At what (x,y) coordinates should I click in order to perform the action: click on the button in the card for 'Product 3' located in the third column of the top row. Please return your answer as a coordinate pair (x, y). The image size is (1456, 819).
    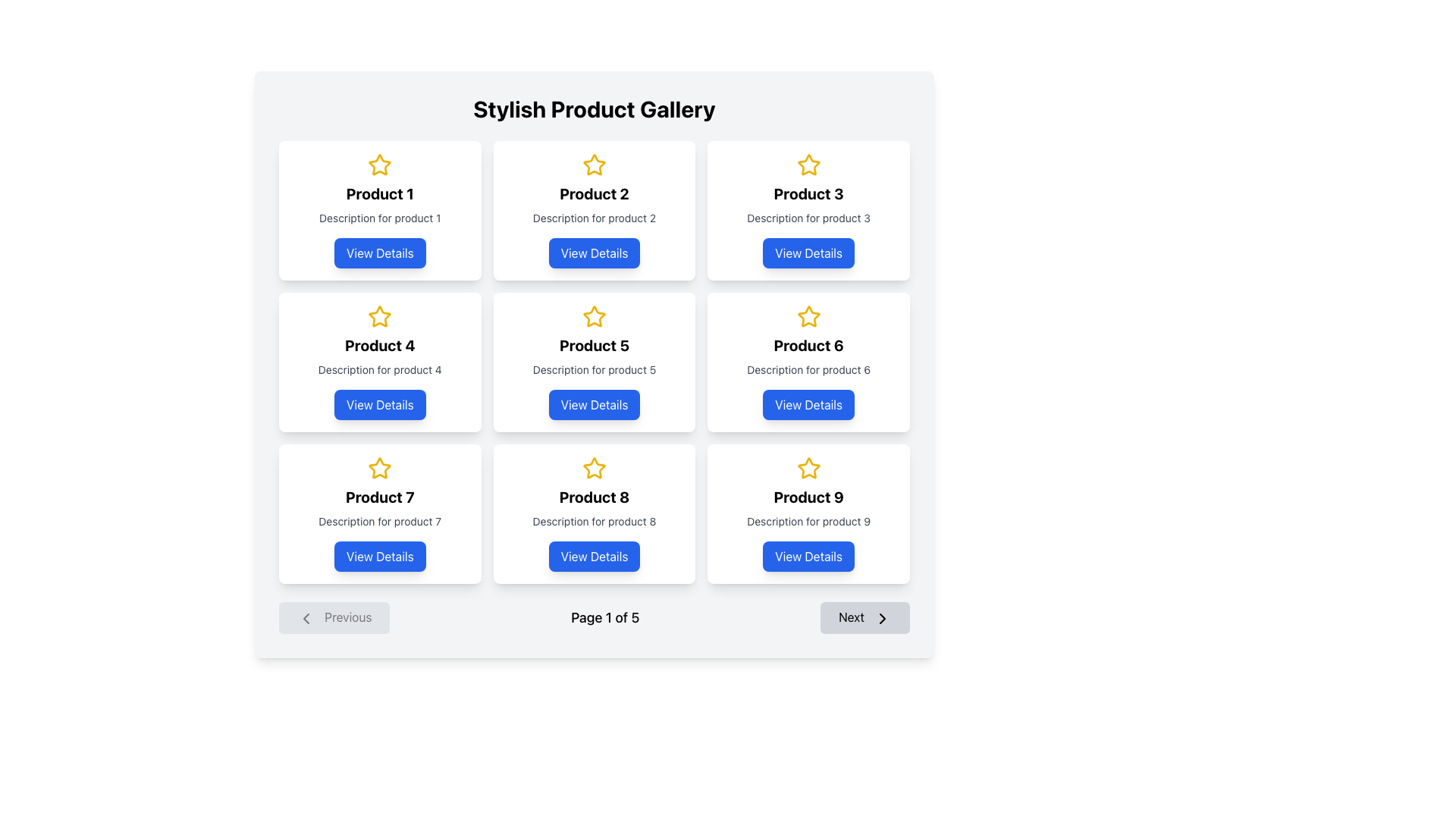
    Looking at the image, I should click on (808, 253).